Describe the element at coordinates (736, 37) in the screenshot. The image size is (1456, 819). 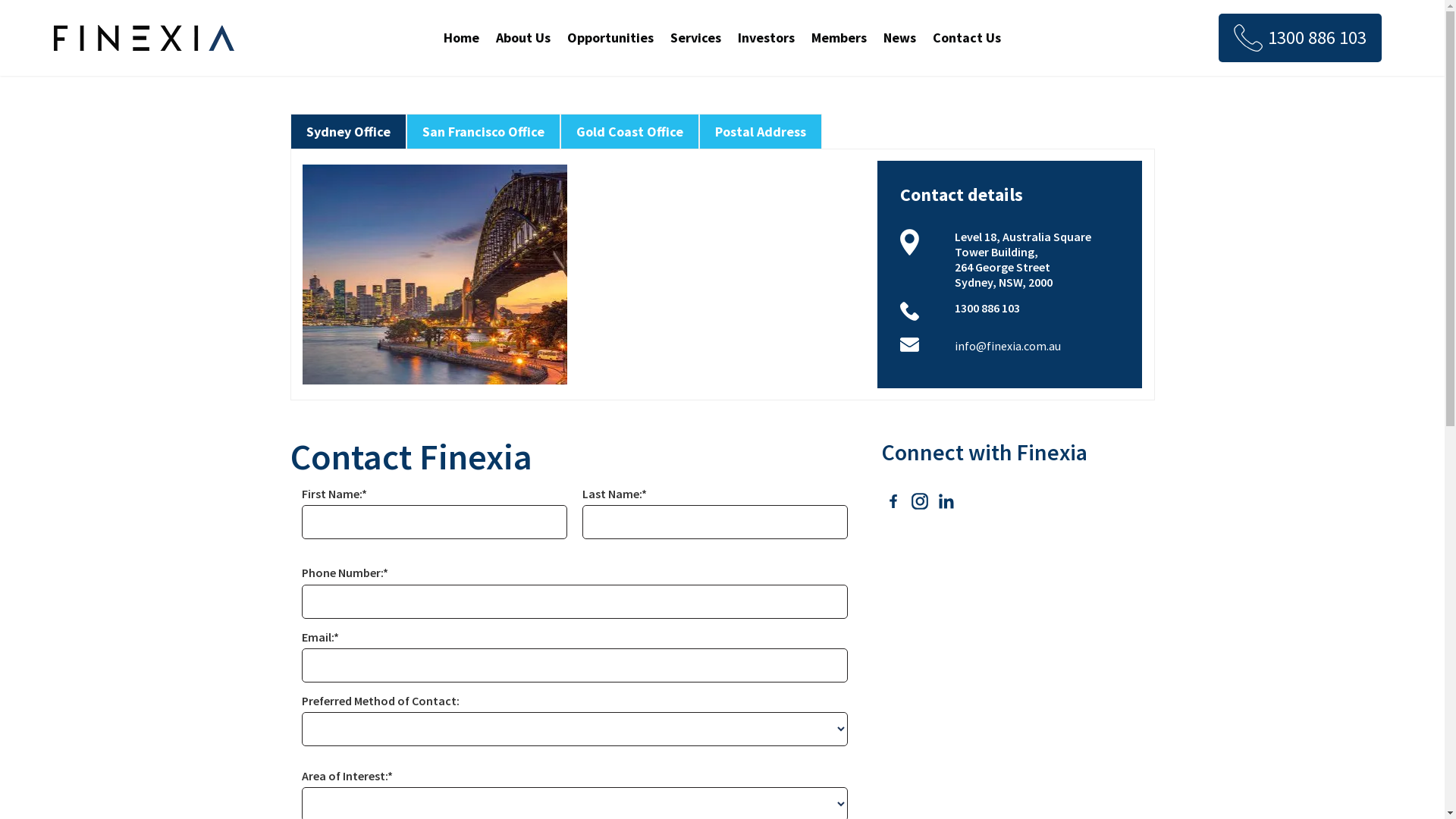
I see `'Investors'` at that location.